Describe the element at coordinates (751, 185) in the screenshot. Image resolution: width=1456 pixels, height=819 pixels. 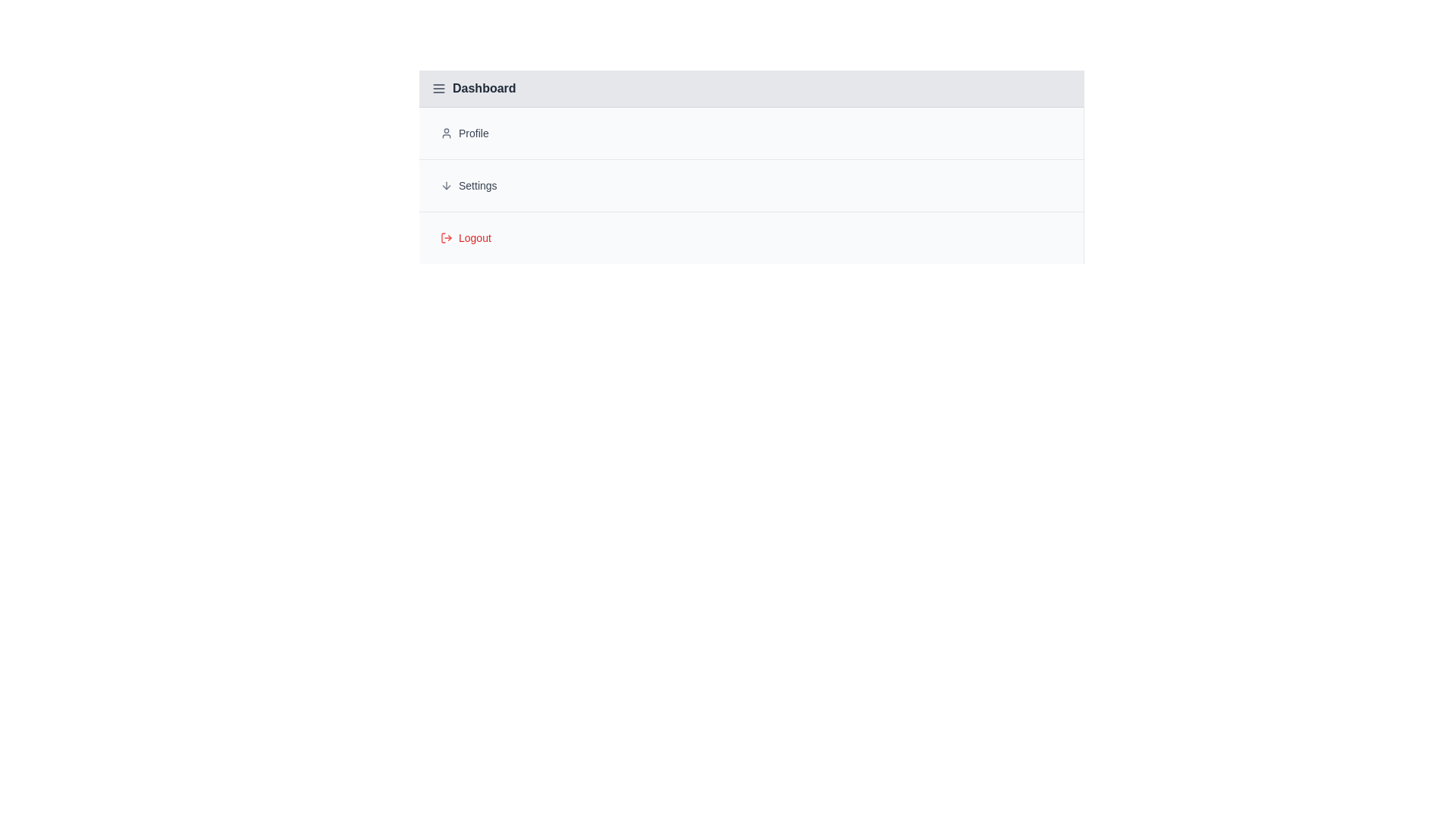
I see `the text of the menu item Settings` at that location.